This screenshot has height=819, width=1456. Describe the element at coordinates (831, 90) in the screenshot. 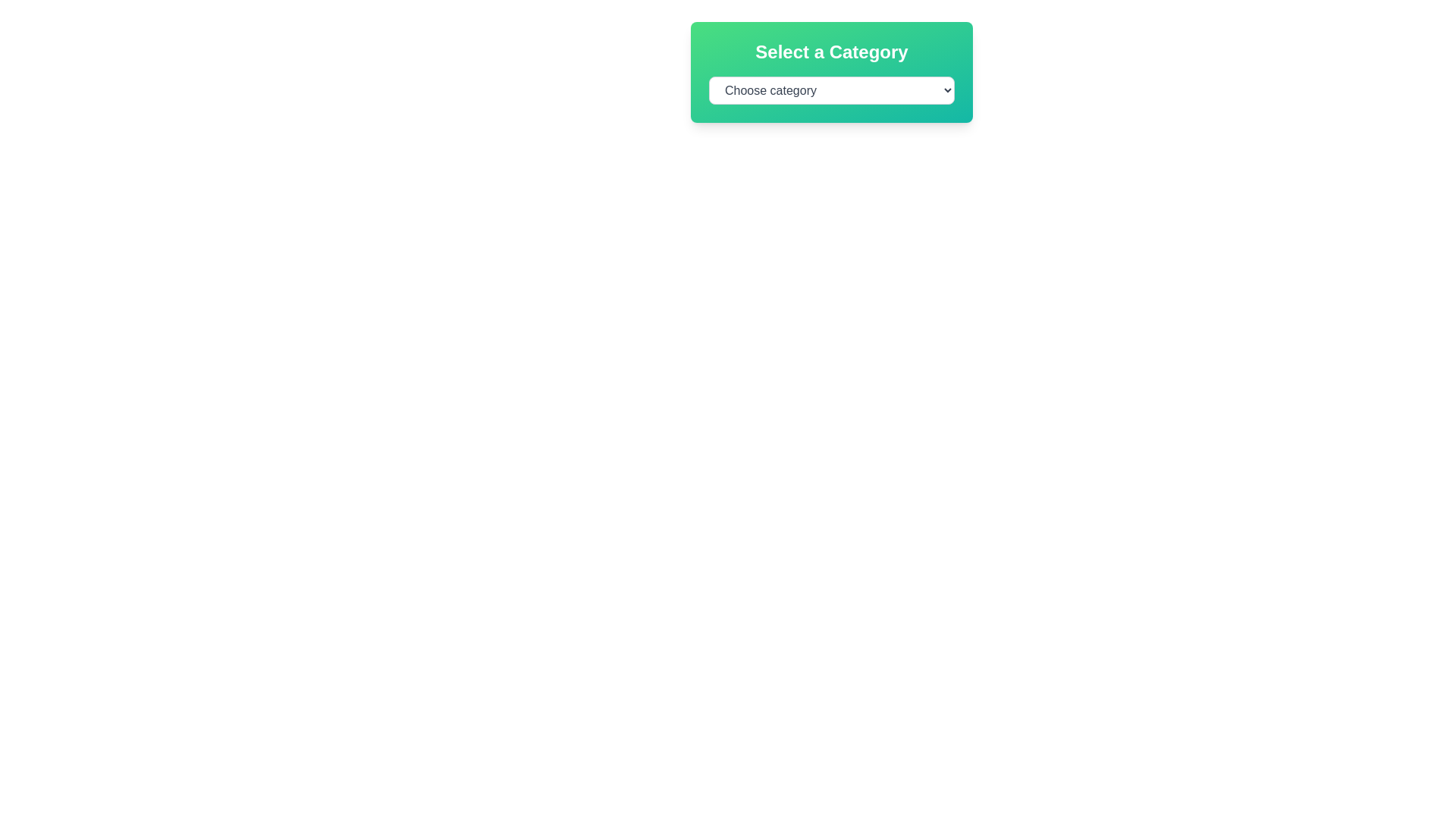

I see `the dropdown menu labeled 'Choose category'` at that location.